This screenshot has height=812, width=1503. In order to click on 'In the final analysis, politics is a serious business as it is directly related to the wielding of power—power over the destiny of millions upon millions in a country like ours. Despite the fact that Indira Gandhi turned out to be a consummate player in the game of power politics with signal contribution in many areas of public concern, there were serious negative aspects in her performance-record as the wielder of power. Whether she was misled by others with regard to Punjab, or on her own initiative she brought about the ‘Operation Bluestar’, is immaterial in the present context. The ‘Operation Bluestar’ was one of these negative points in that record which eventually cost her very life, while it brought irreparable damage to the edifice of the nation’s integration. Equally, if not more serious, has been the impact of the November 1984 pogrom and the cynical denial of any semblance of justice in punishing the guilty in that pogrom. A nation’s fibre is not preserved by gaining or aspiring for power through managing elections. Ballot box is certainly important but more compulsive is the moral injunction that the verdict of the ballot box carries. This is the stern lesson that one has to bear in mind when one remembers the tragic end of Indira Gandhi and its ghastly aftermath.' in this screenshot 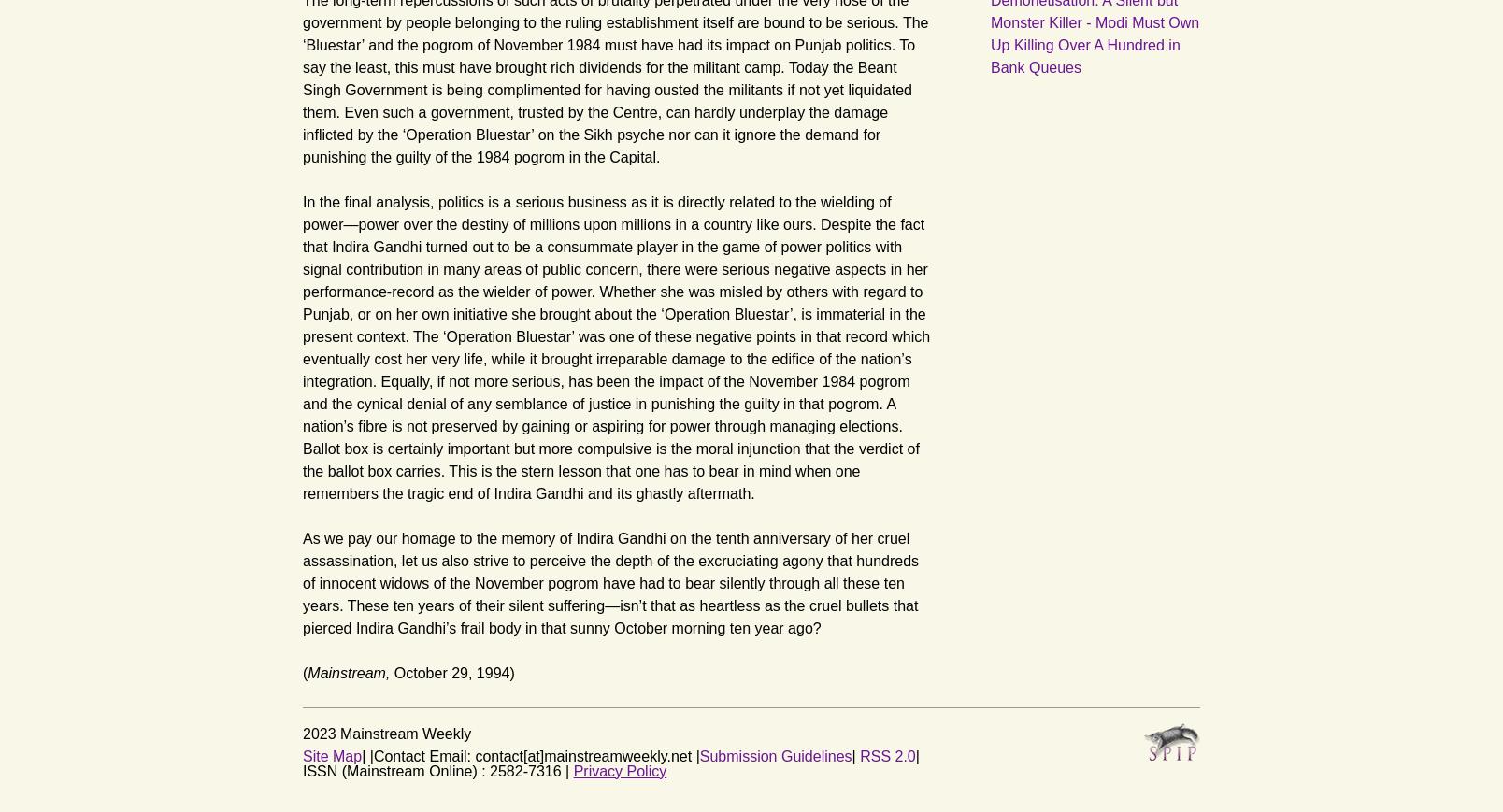, I will do `click(616, 346)`.